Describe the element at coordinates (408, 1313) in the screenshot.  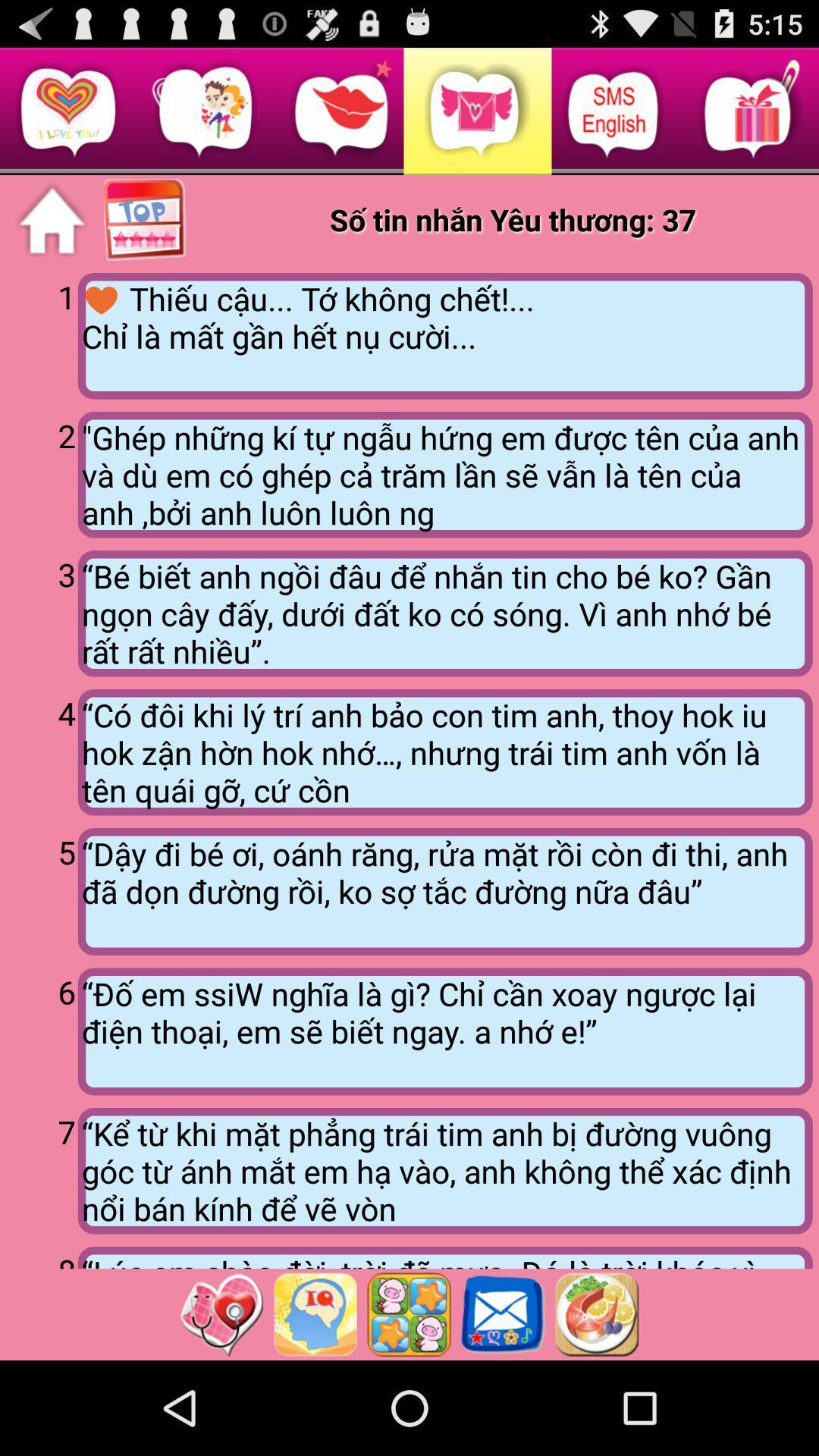
I see `option` at that location.